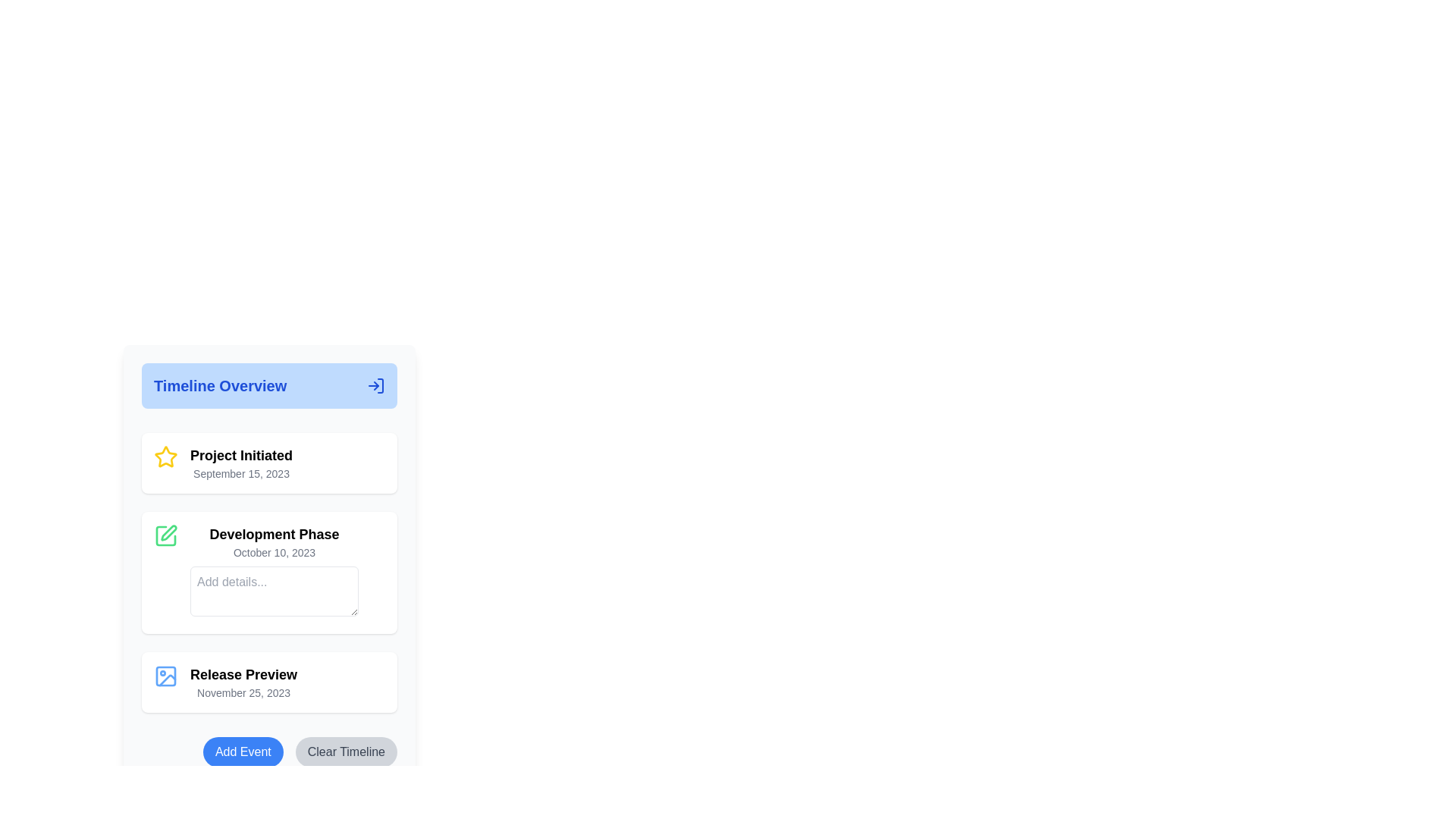  Describe the element at coordinates (375, 385) in the screenshot. I see `the blue 'log in' icon located at the top-right corner of the 'Timeline Overview' header to initiate the navigation or log in action` at that location.